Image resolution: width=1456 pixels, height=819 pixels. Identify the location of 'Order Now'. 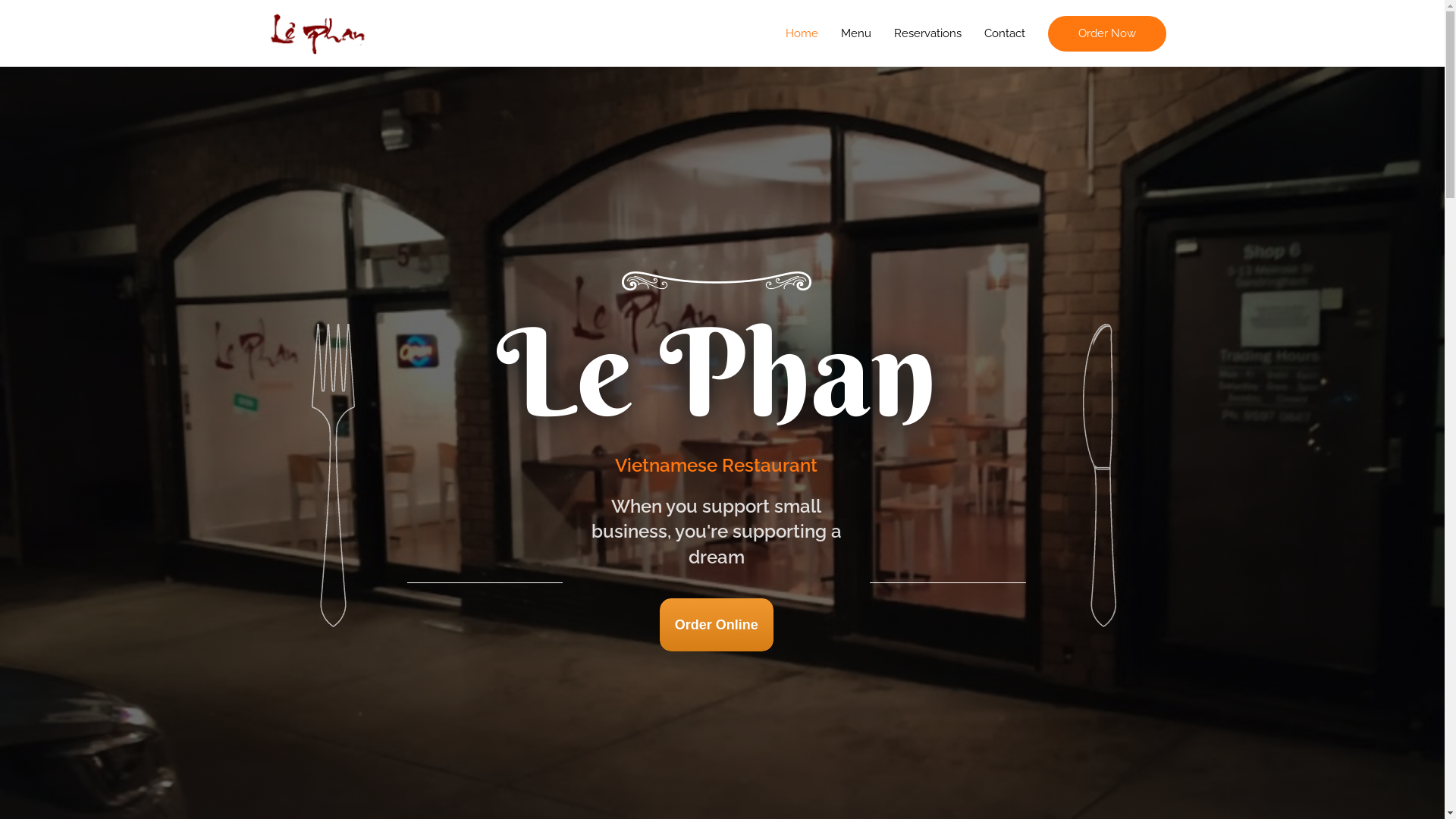
(1106, 33).